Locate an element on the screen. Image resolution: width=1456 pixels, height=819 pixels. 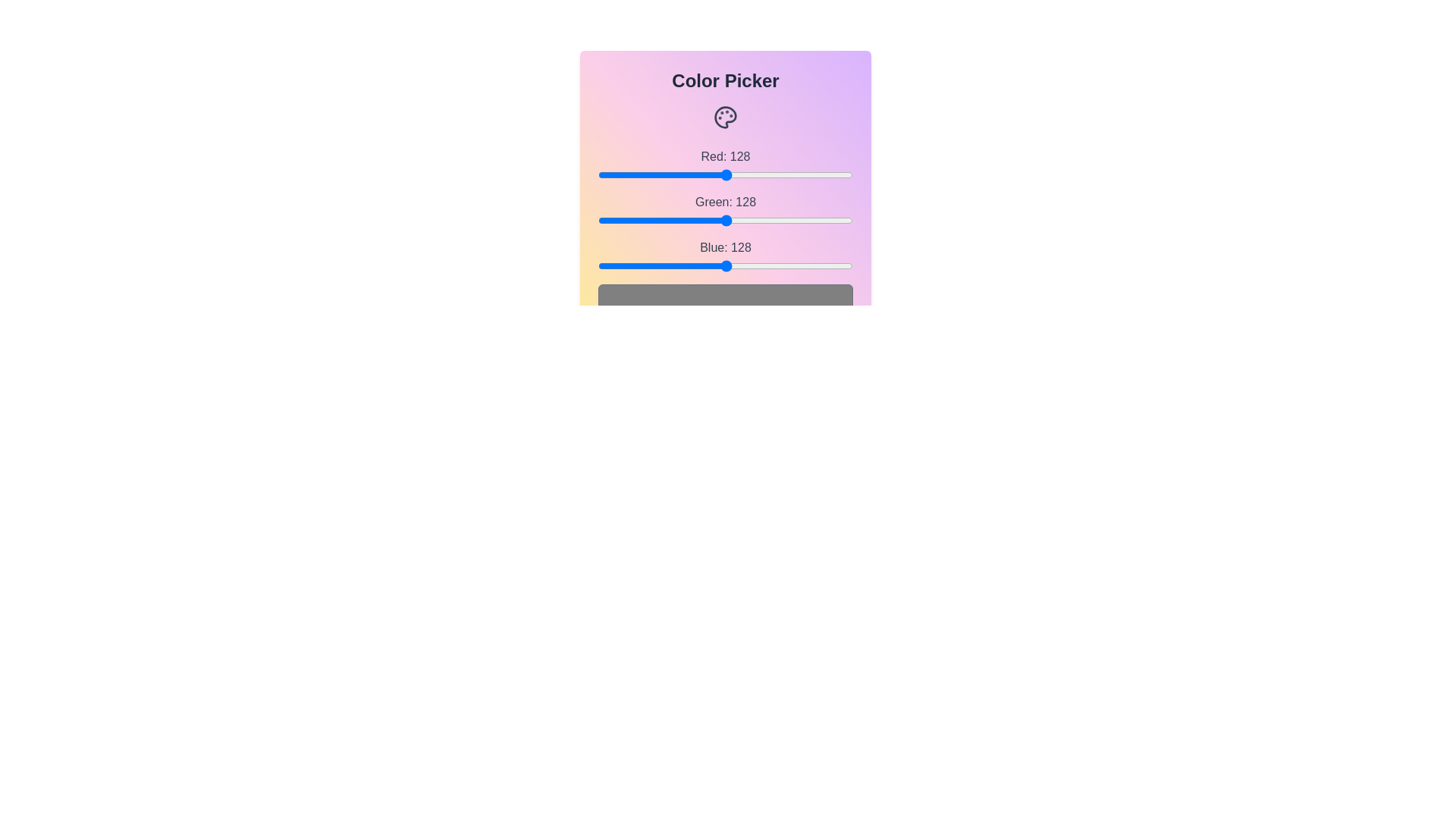
the green slider to set the green channel value to 11 is located at coordinates (609, 220).